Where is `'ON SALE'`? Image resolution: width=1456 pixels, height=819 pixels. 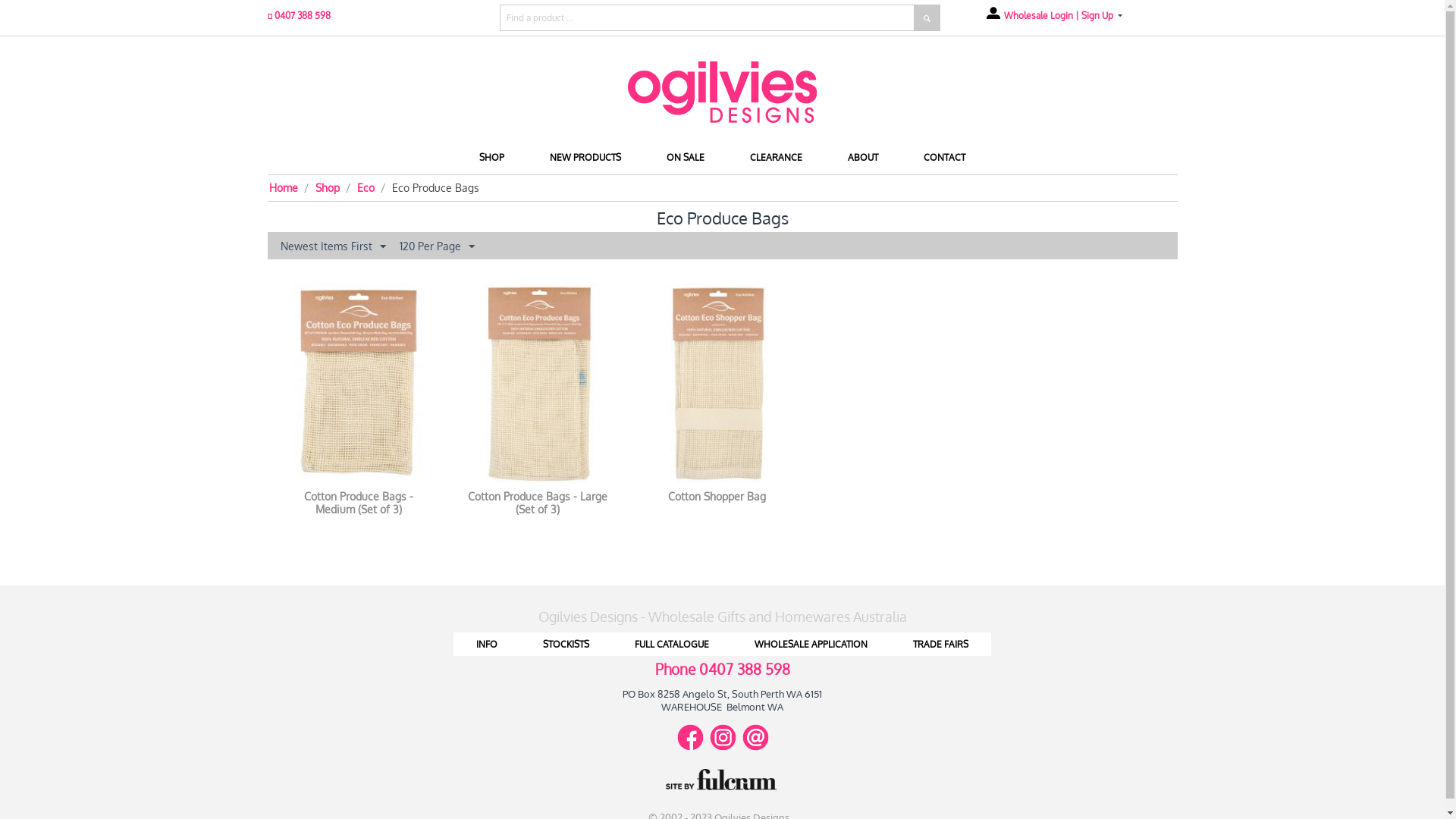
'ON SALE' is located at coordinates (684, 157).